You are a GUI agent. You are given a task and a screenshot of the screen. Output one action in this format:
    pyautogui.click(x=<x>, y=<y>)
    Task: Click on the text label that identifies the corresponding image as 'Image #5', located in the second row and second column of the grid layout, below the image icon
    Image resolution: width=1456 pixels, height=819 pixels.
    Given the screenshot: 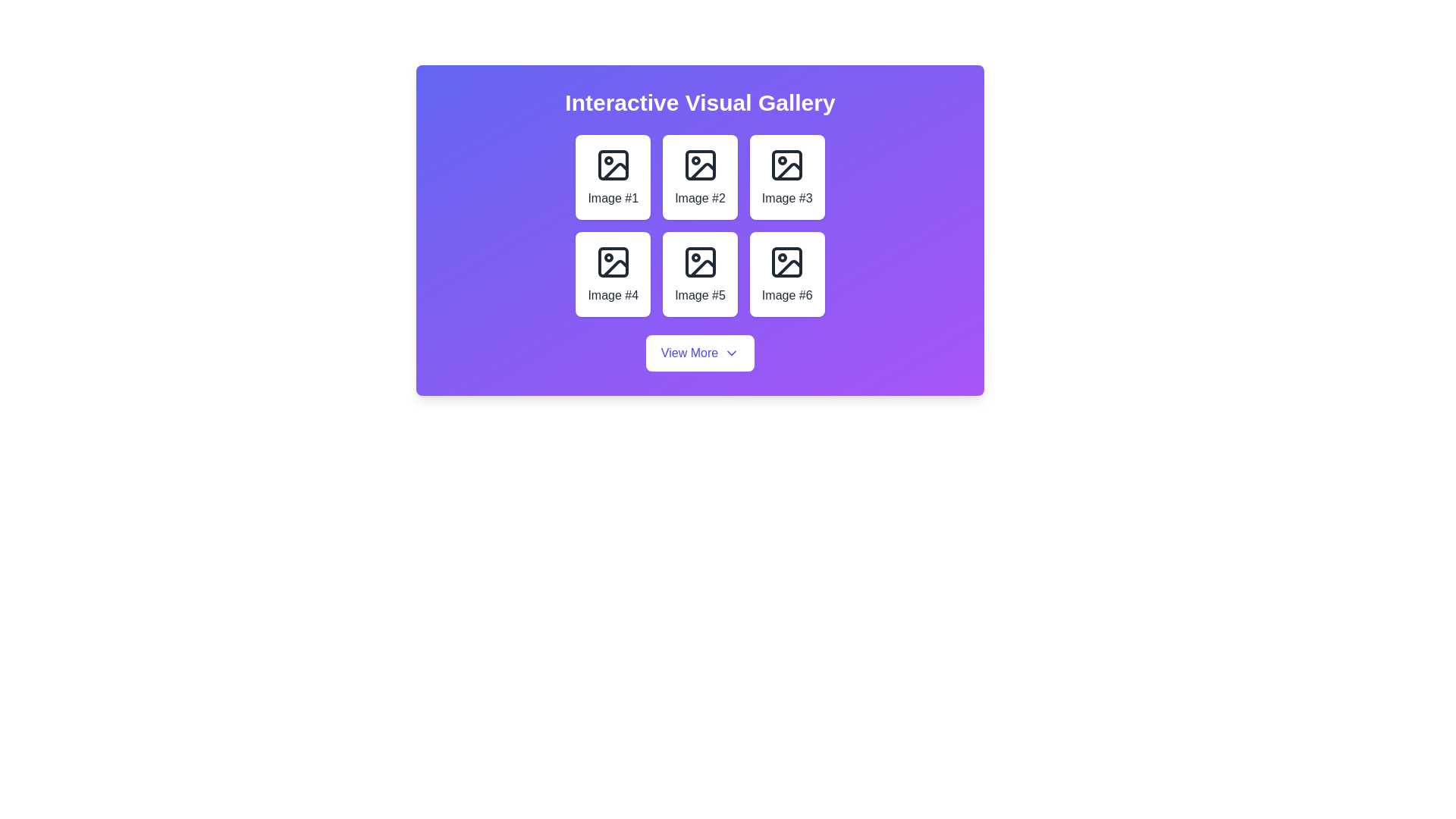 What is the action you would take?
    pyautogui.click(x=699, y=295)
    